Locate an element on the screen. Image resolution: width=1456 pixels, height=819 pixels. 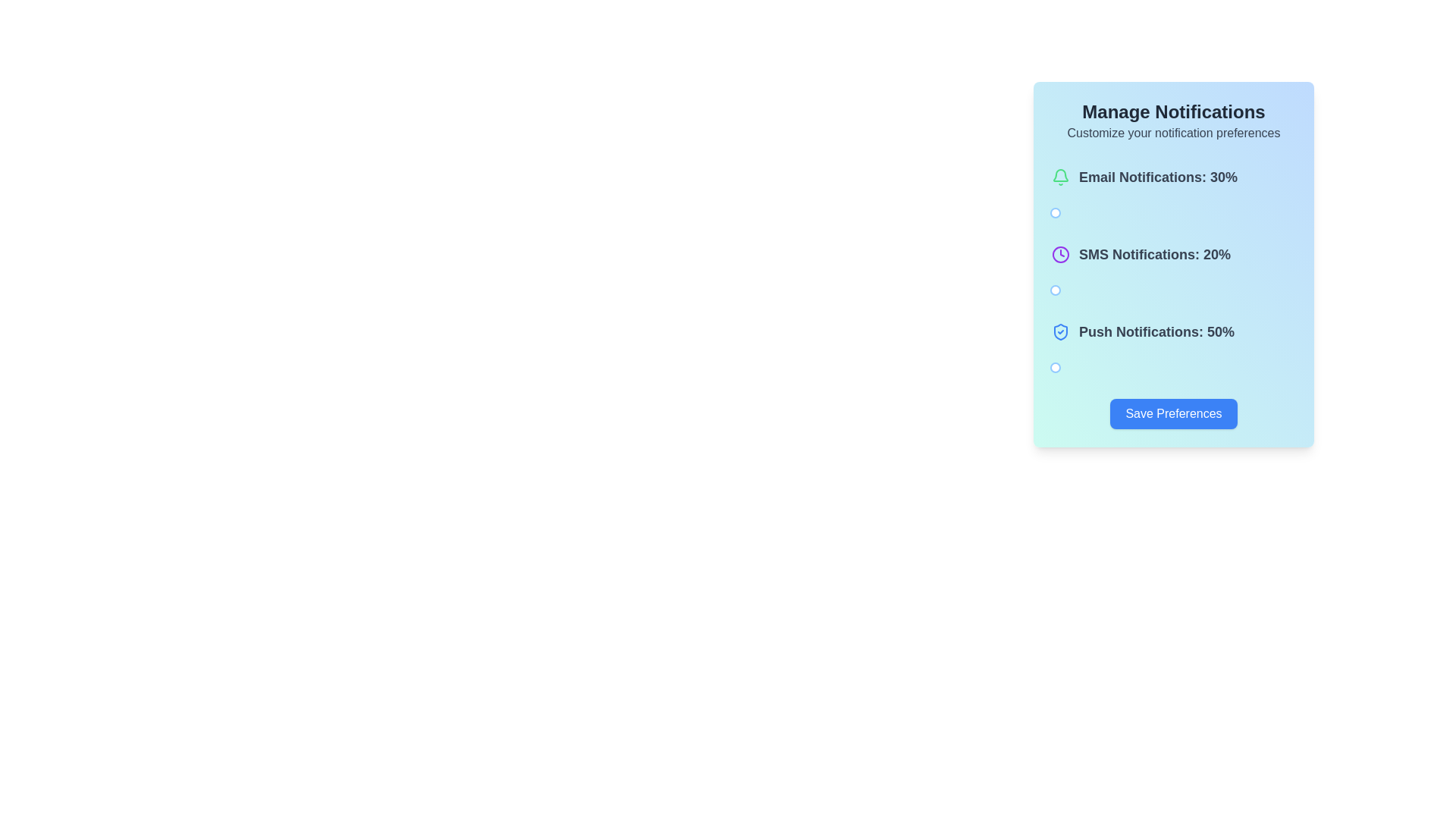
the 'Save Preferences' button with a blue background and rounded corners is located at coordinates (1173, 414).